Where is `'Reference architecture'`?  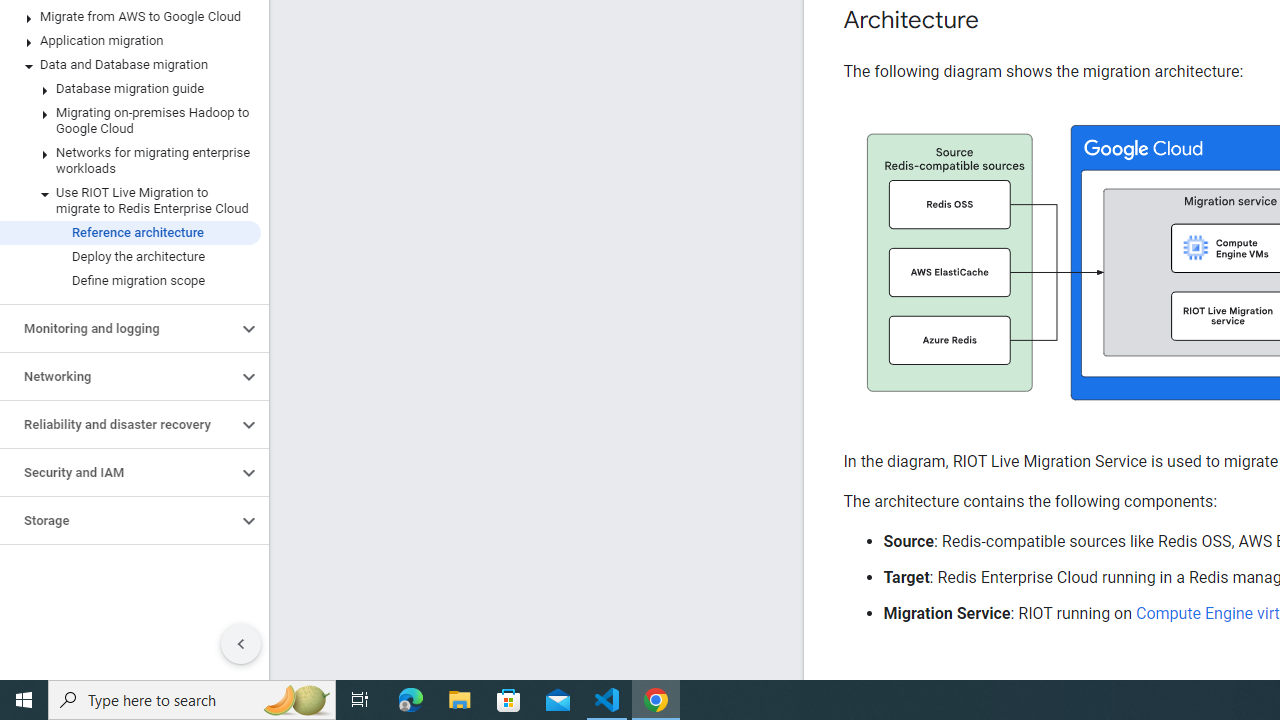 'Reference architecture' is located at coordinates (129, 231).